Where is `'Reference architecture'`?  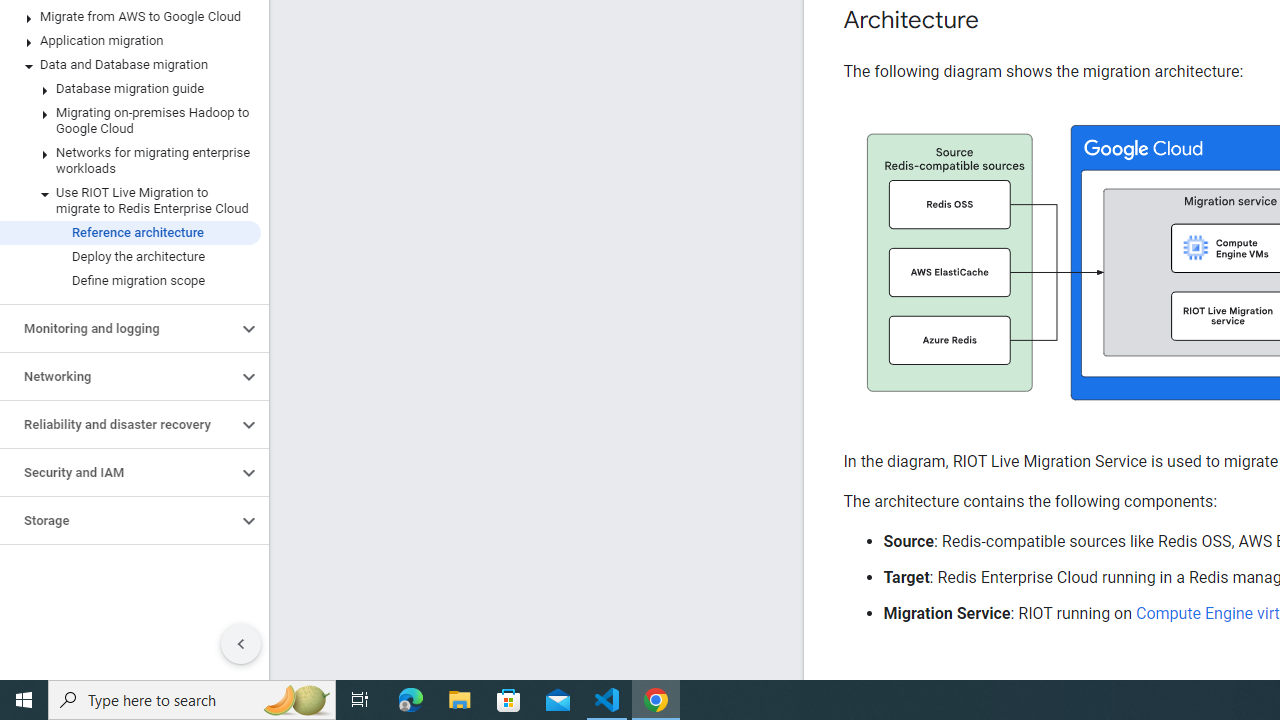 'Reference architecture' is located at coordinates (129, 231).